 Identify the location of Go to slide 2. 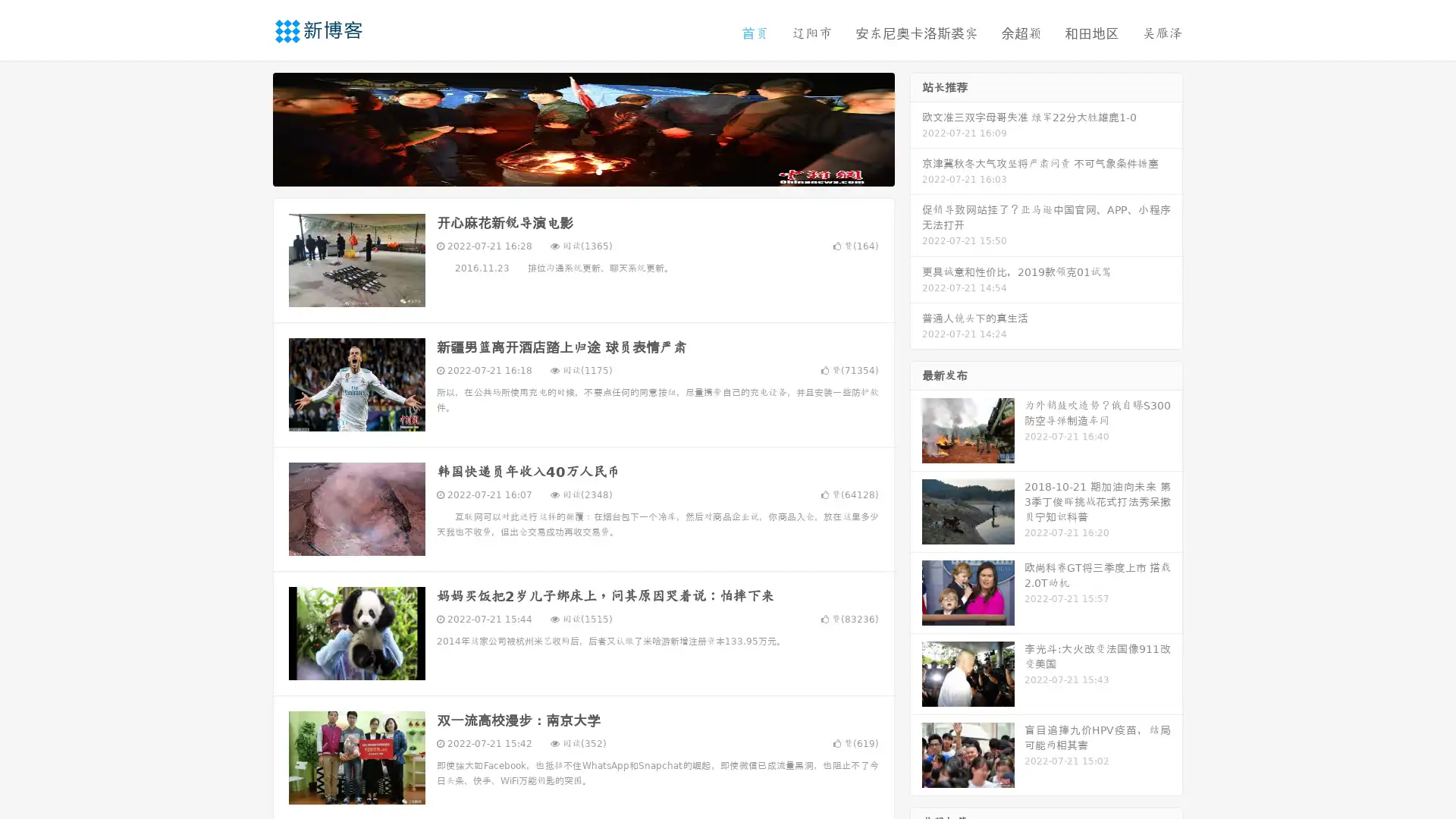
(582, 171).